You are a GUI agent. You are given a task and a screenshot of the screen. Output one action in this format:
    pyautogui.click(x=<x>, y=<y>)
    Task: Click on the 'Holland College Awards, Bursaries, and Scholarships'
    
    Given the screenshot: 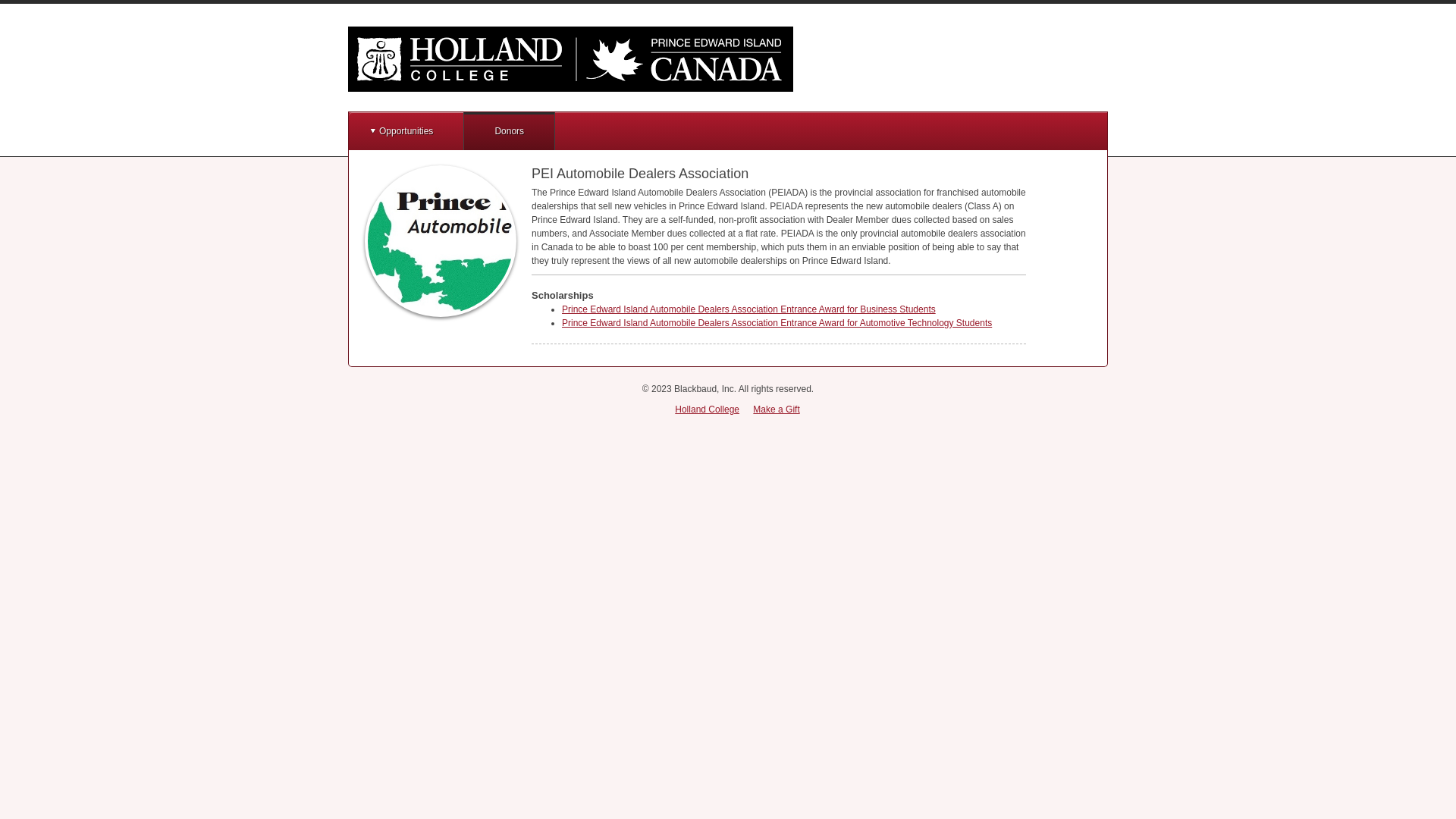 What is the action you would take?
    pyautogui.click(x=570, y=58)
    